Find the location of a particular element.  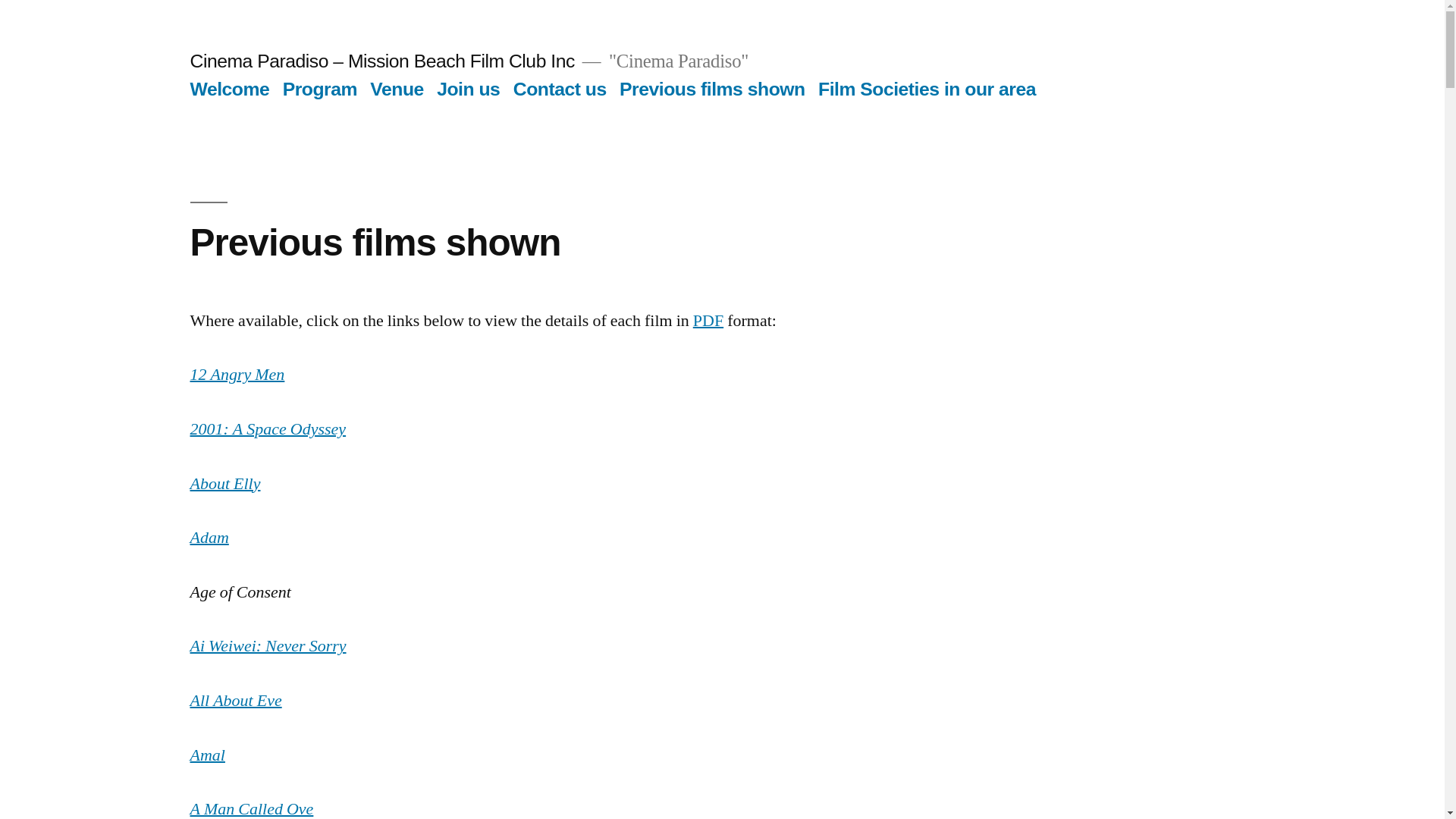

'Welcome' is located at coordinates (228, 89).